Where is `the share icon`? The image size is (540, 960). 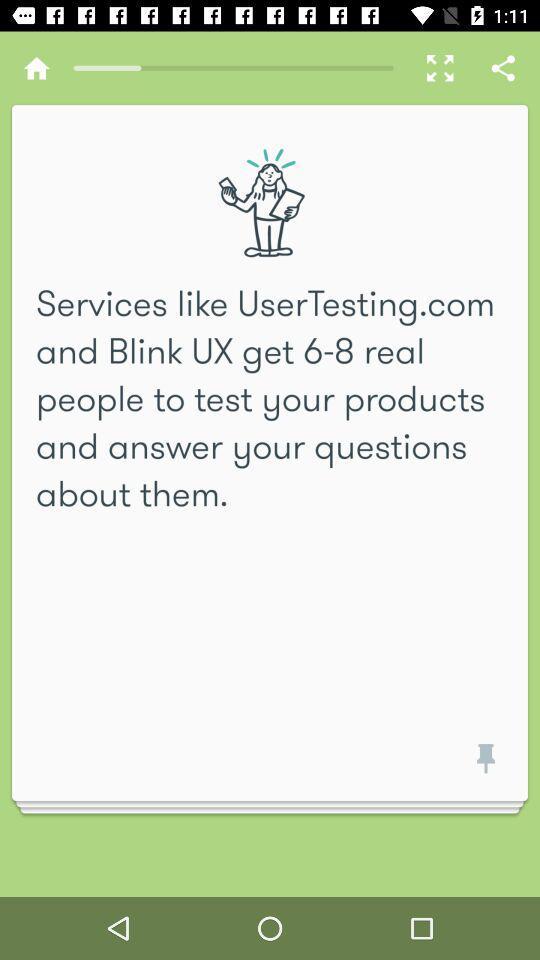 the share icon is located at coordinates (502, 68).